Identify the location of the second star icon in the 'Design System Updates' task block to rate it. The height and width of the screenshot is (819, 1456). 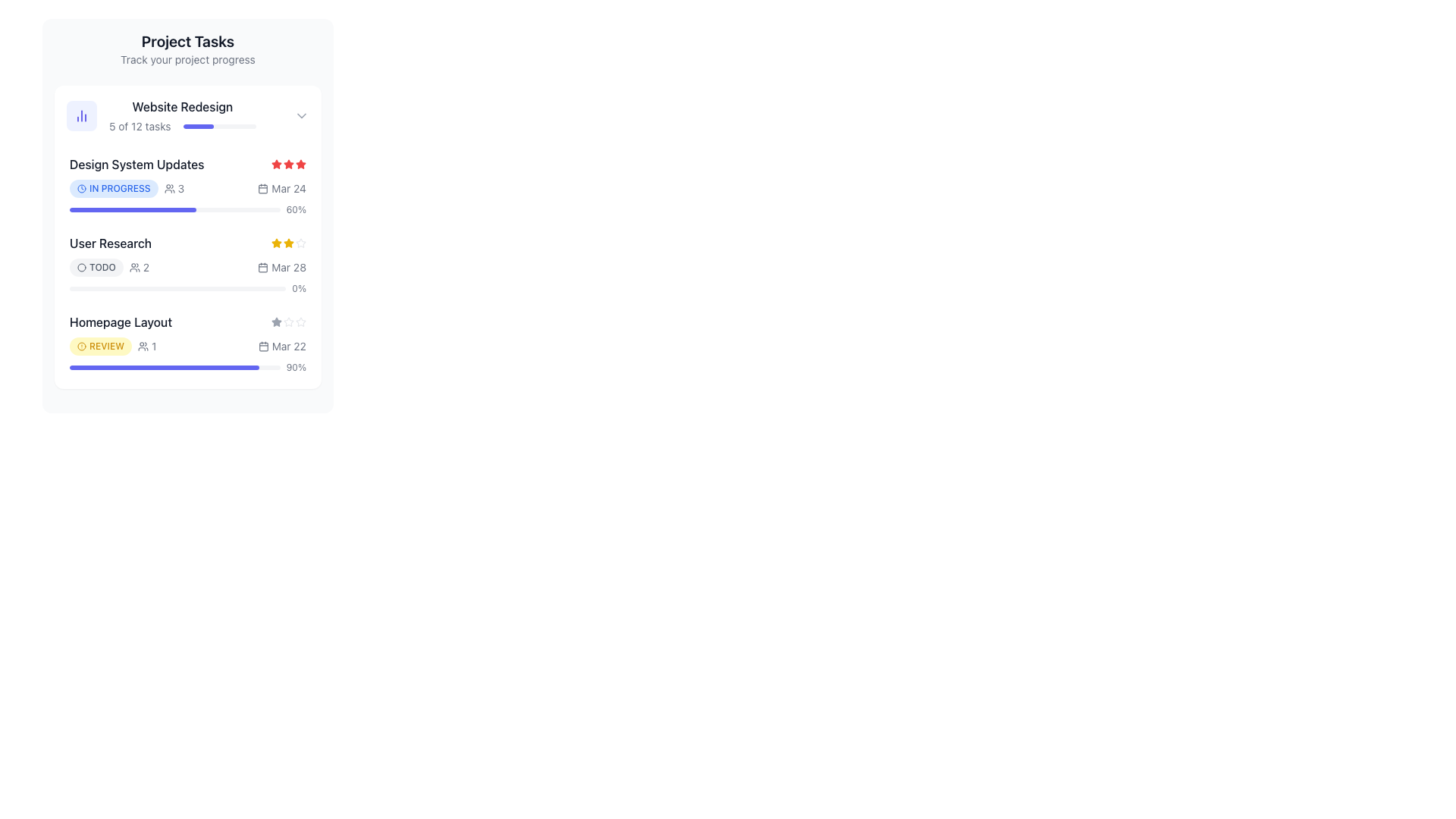
(276, 164).